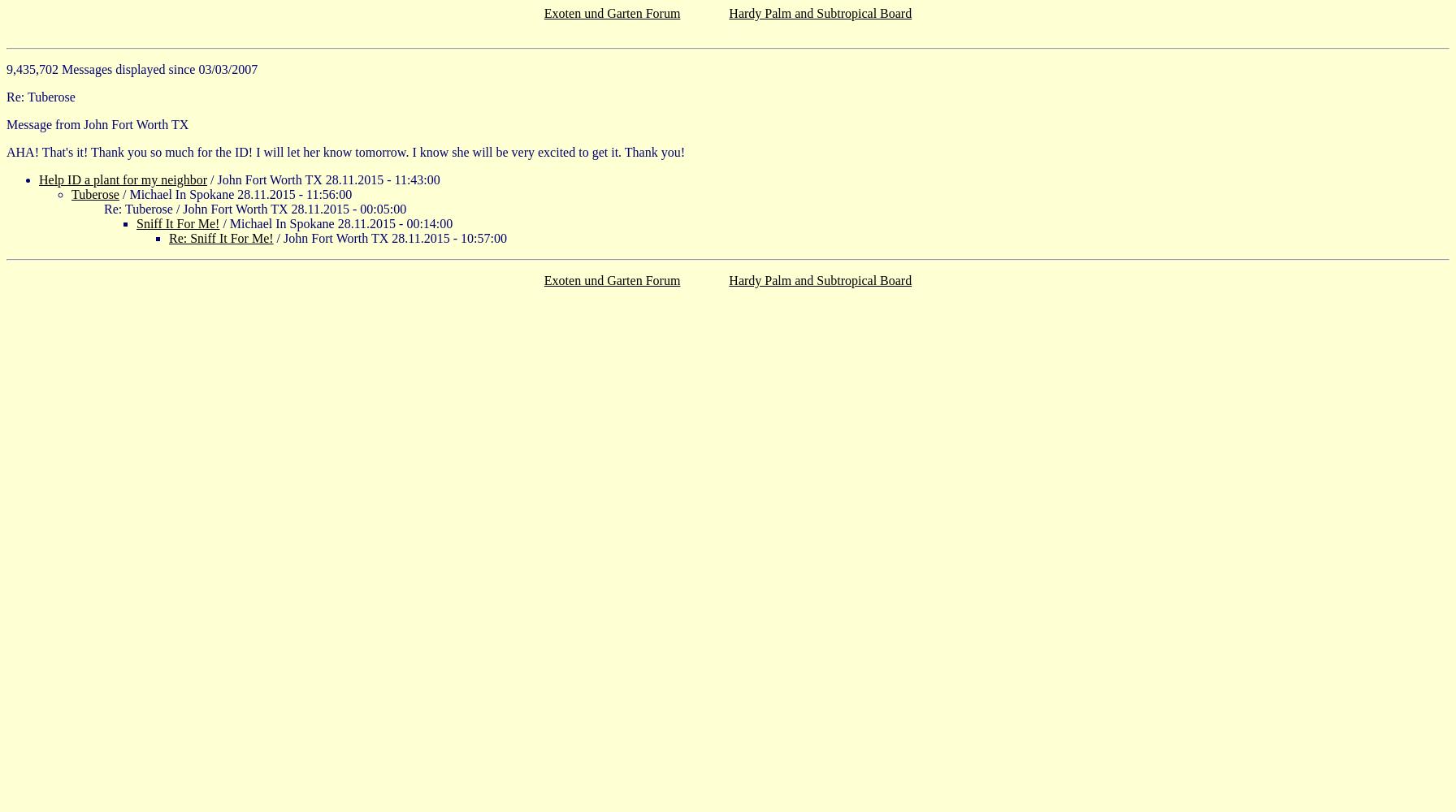 Image resolution: width=1456 pixels, height=812 pixels. What do you see at coordinates (235, 193) in the screenshot?
I see `'/ Michael In Spokane 28.11.2015 - 11:56:00'` at bounding box center [235, 193].